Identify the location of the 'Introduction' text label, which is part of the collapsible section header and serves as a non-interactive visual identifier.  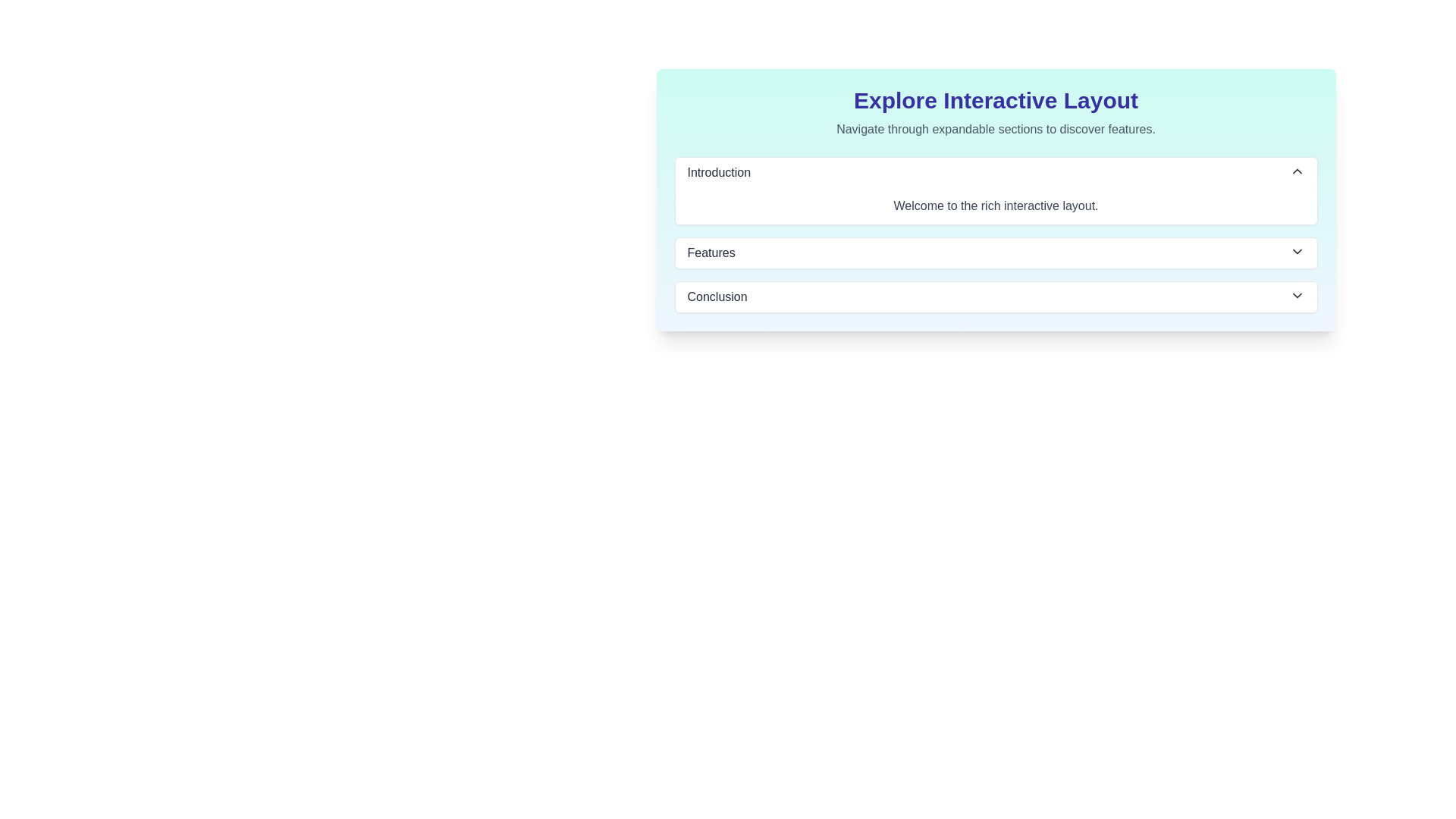
(718, 171).